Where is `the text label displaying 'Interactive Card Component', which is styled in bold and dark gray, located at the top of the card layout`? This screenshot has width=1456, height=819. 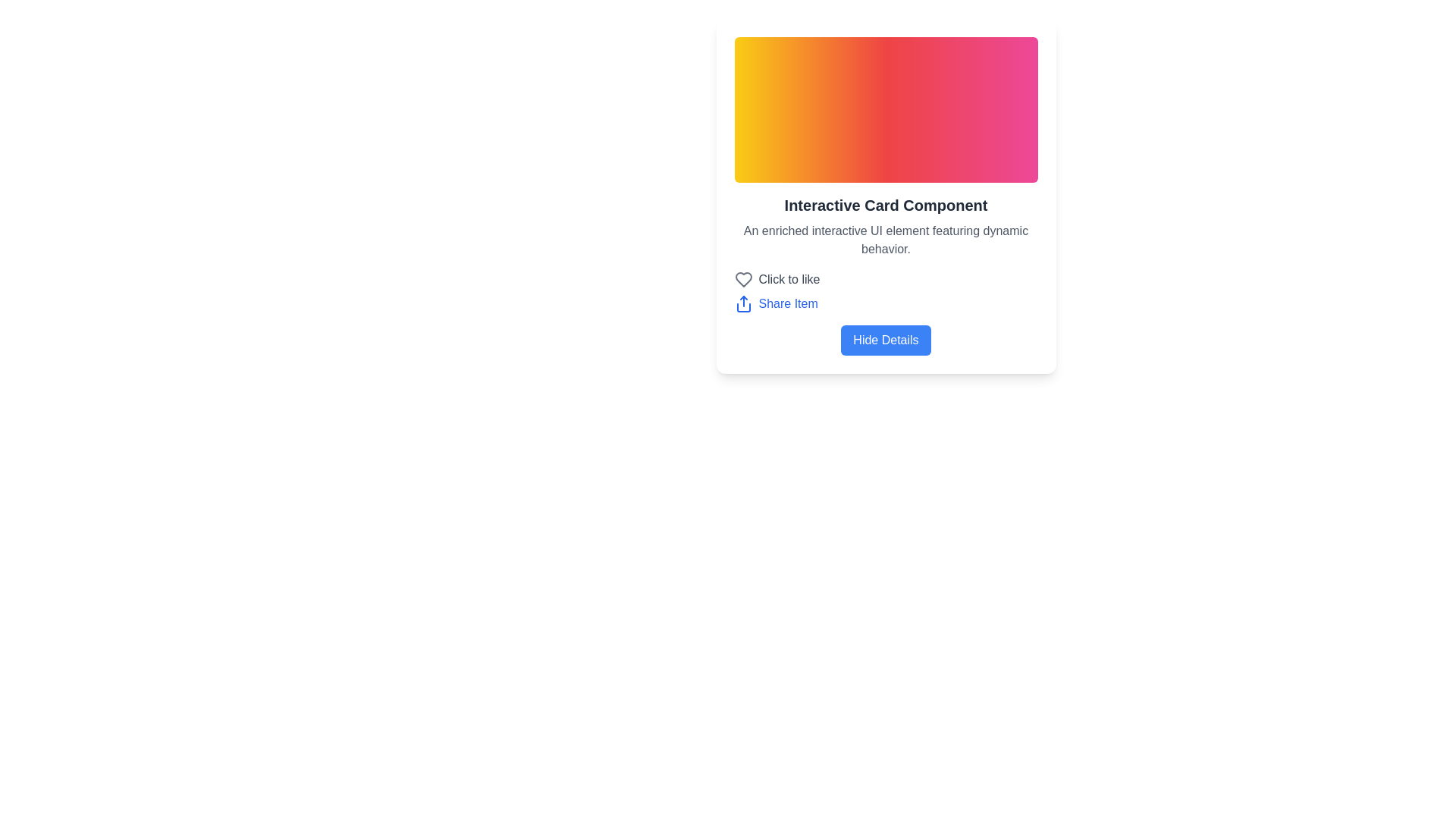
the text label displaying 'Interactive Card Component', which is styled in bold and dark gray, located at the top of the card layout is located at coordinates (886, 205).